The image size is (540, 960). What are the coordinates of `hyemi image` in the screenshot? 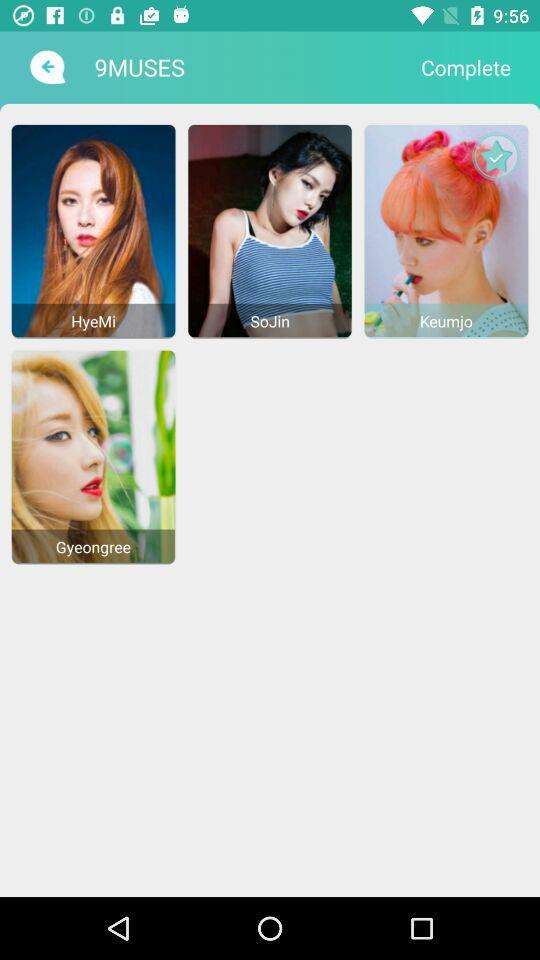 It's located at (93, 230).